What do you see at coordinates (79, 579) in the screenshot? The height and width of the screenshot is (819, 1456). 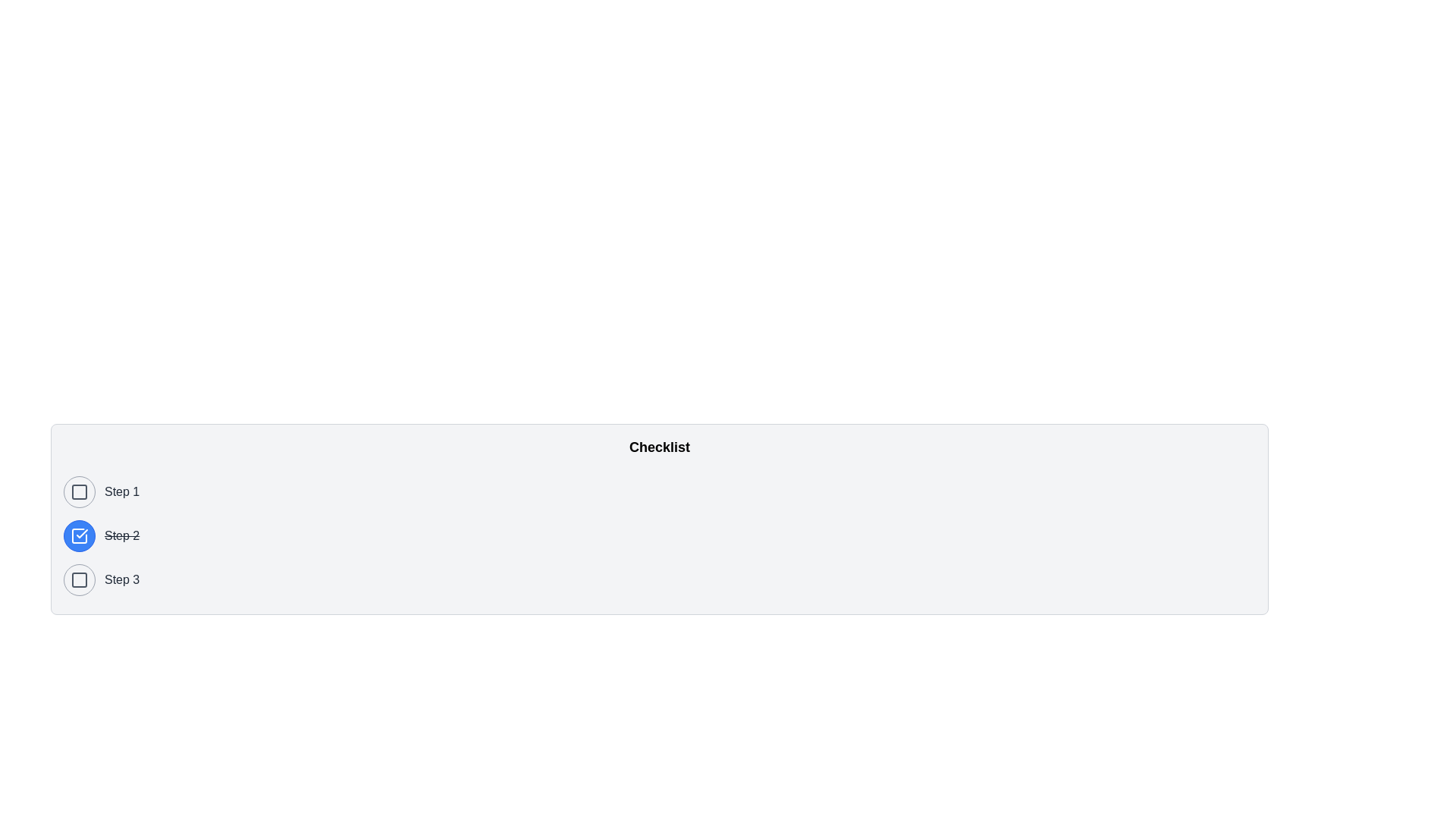 I see `the circular button representing 'Step 3' to interact with the keyboard` at bounding box center [79, 579].